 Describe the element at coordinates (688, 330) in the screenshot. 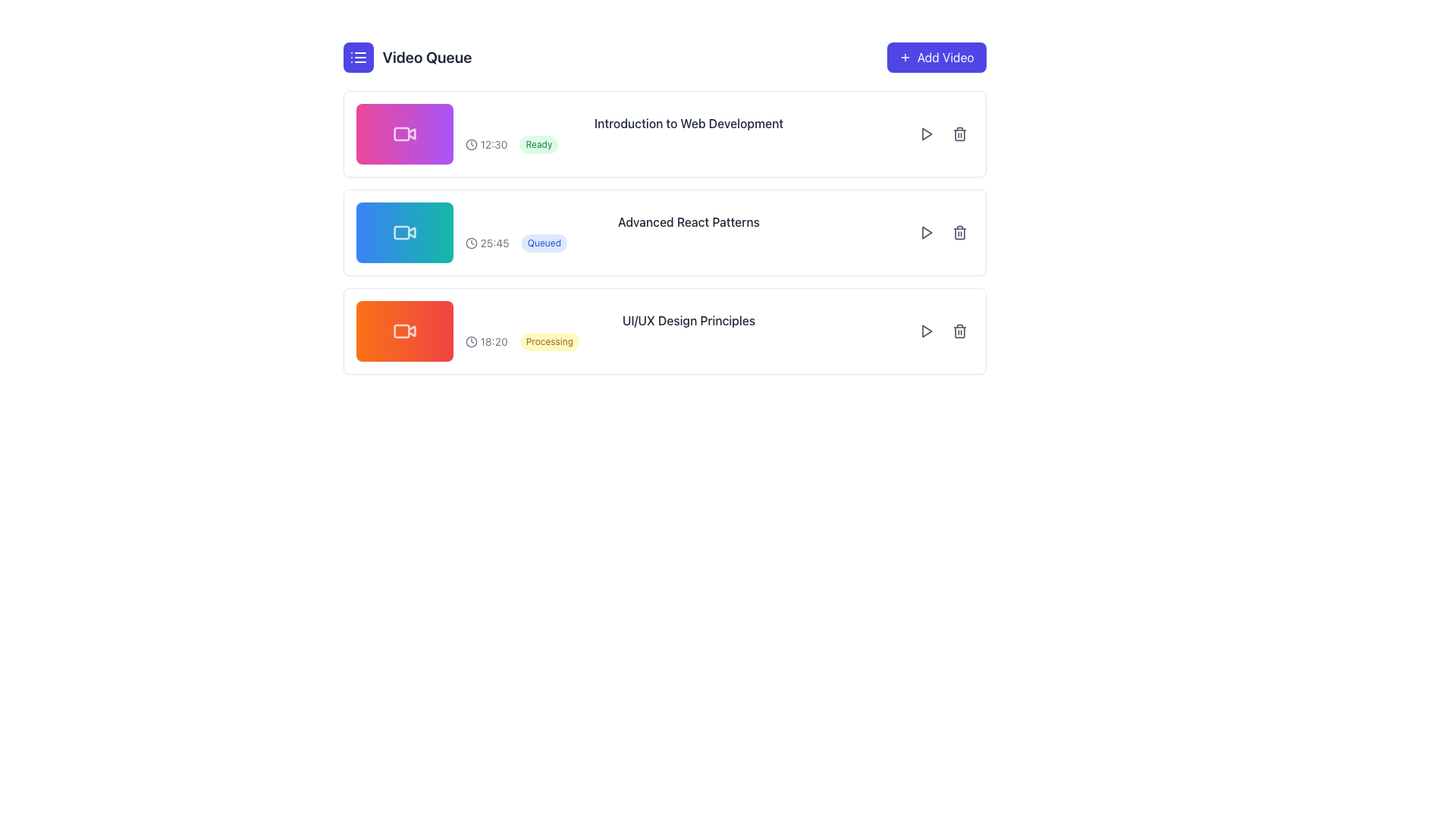

I see `the informational display element that indicates the video entitled 'UI/UX Design Principles' with a duration of '18:20' and its processing status, located in the third row of the list, to the right of the red-orange rectangle containing a video icon` at that location.